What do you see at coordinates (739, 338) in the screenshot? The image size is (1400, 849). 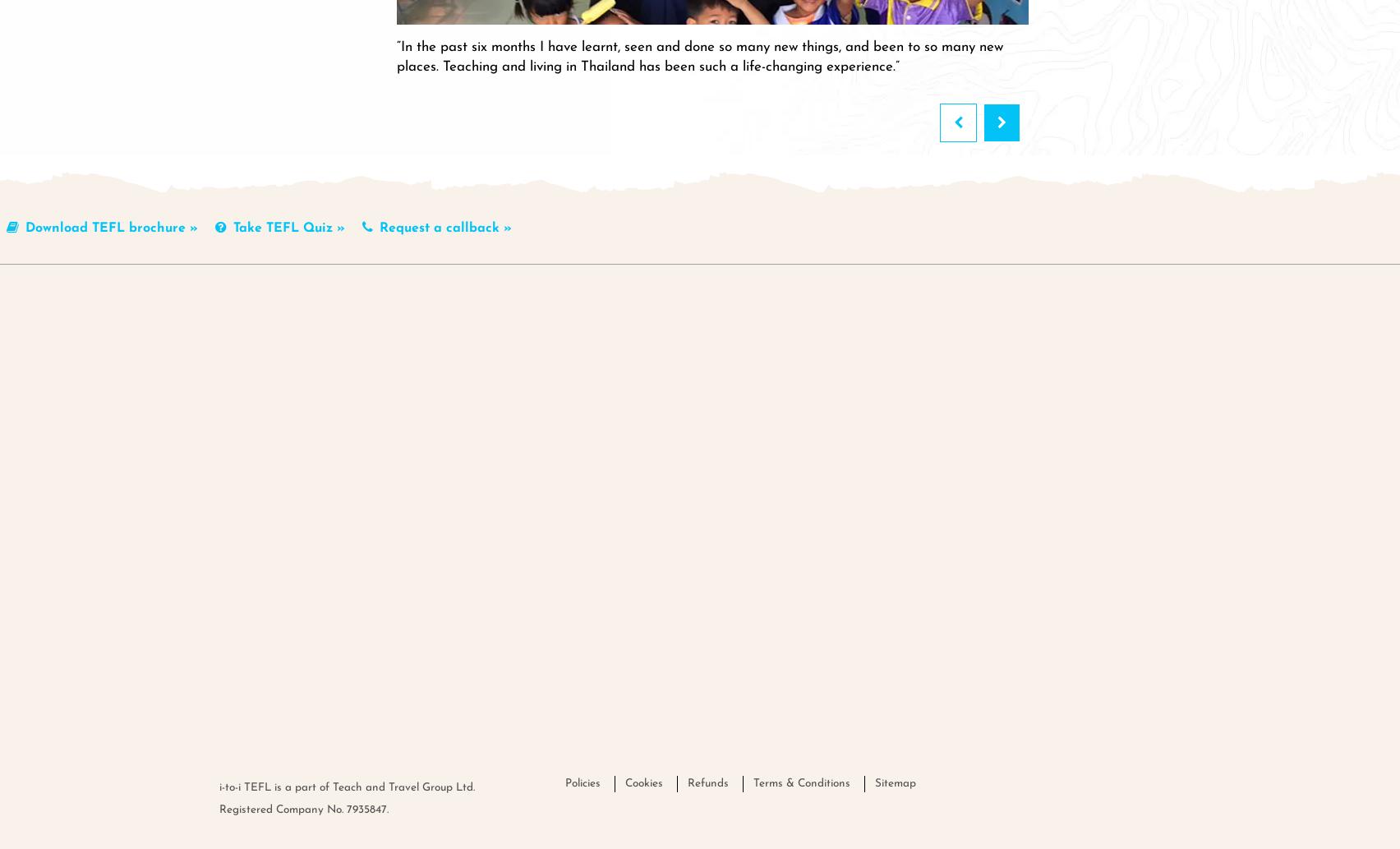 I see `'TEFL Internships'` at bounding box center [739, 338].